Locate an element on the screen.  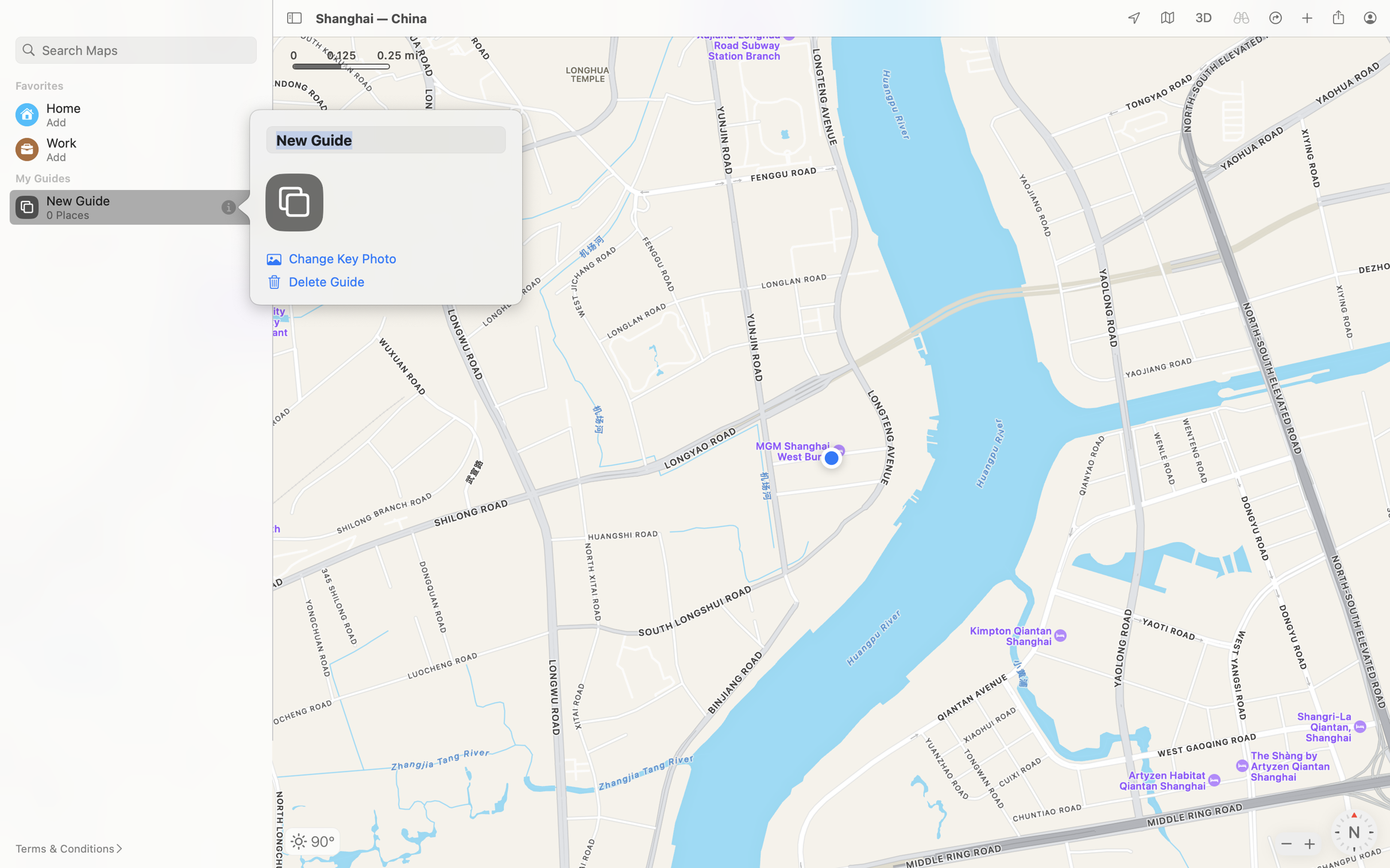
'New Guide' is located at coordinates (385, 139).